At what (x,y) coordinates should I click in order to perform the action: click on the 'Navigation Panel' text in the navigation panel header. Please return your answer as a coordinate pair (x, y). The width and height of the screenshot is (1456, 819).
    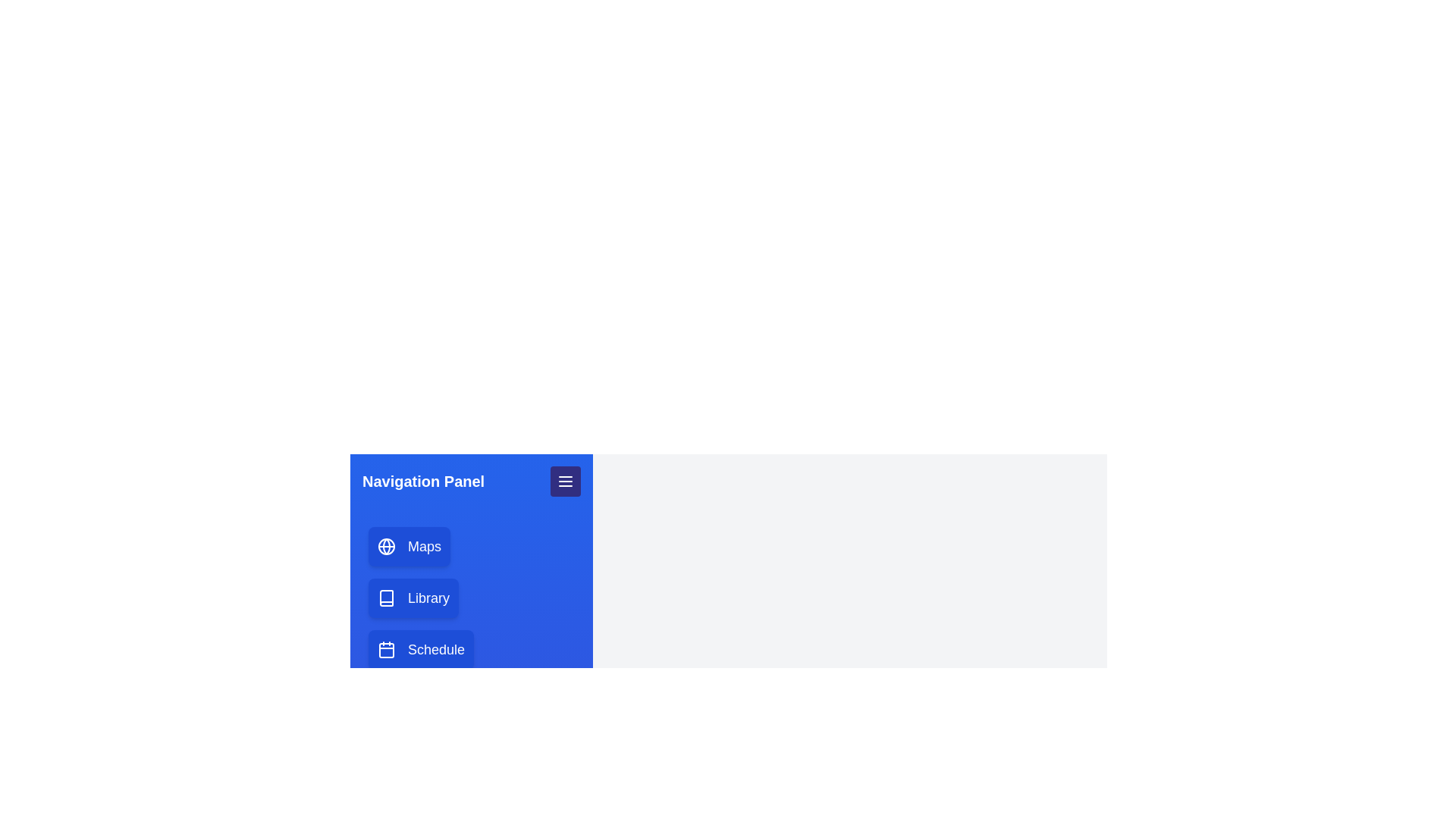
    Looking at the image, I should click on (422, 482).